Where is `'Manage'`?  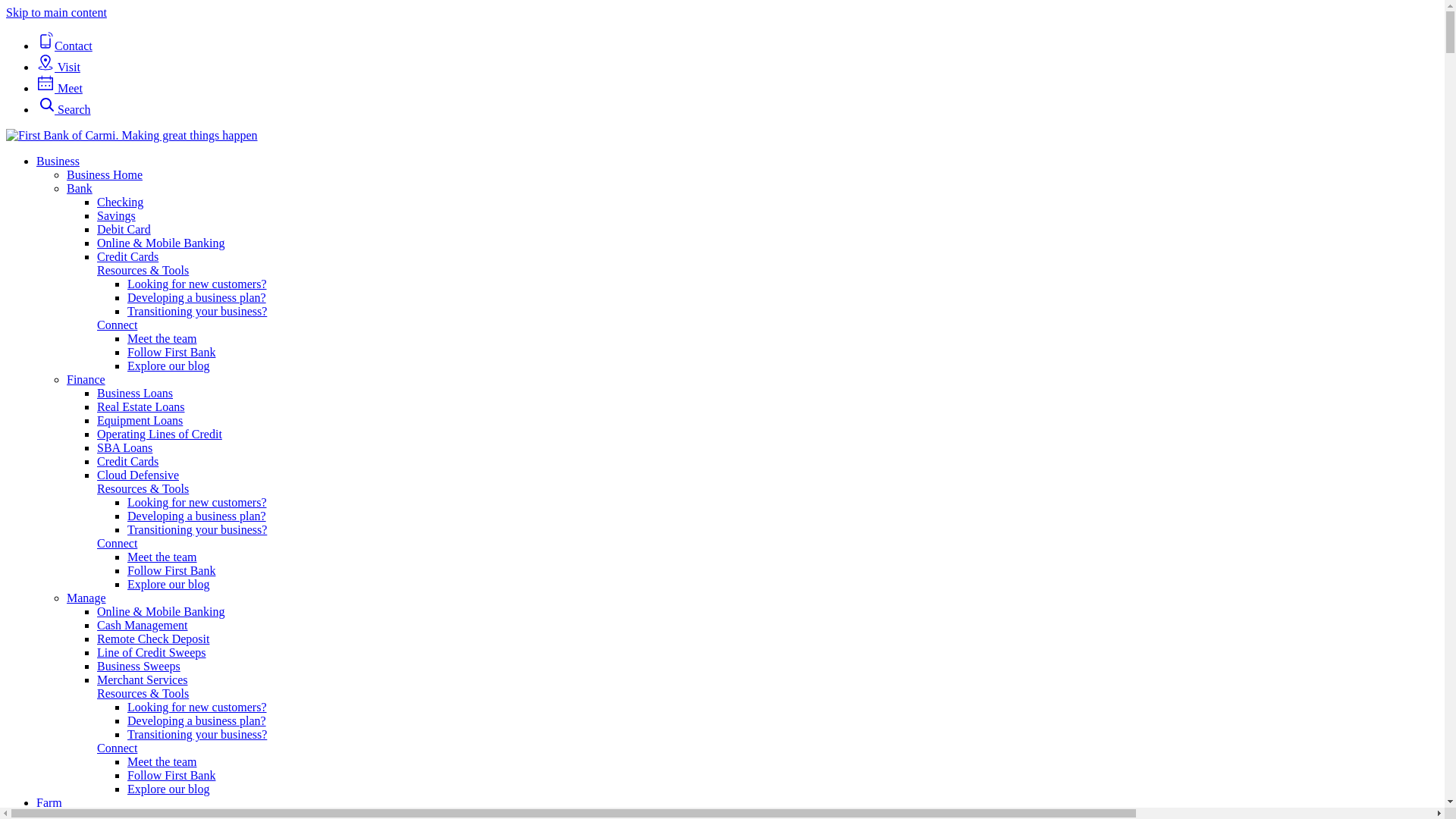 'Manage' is located at coordinates (86, 597).